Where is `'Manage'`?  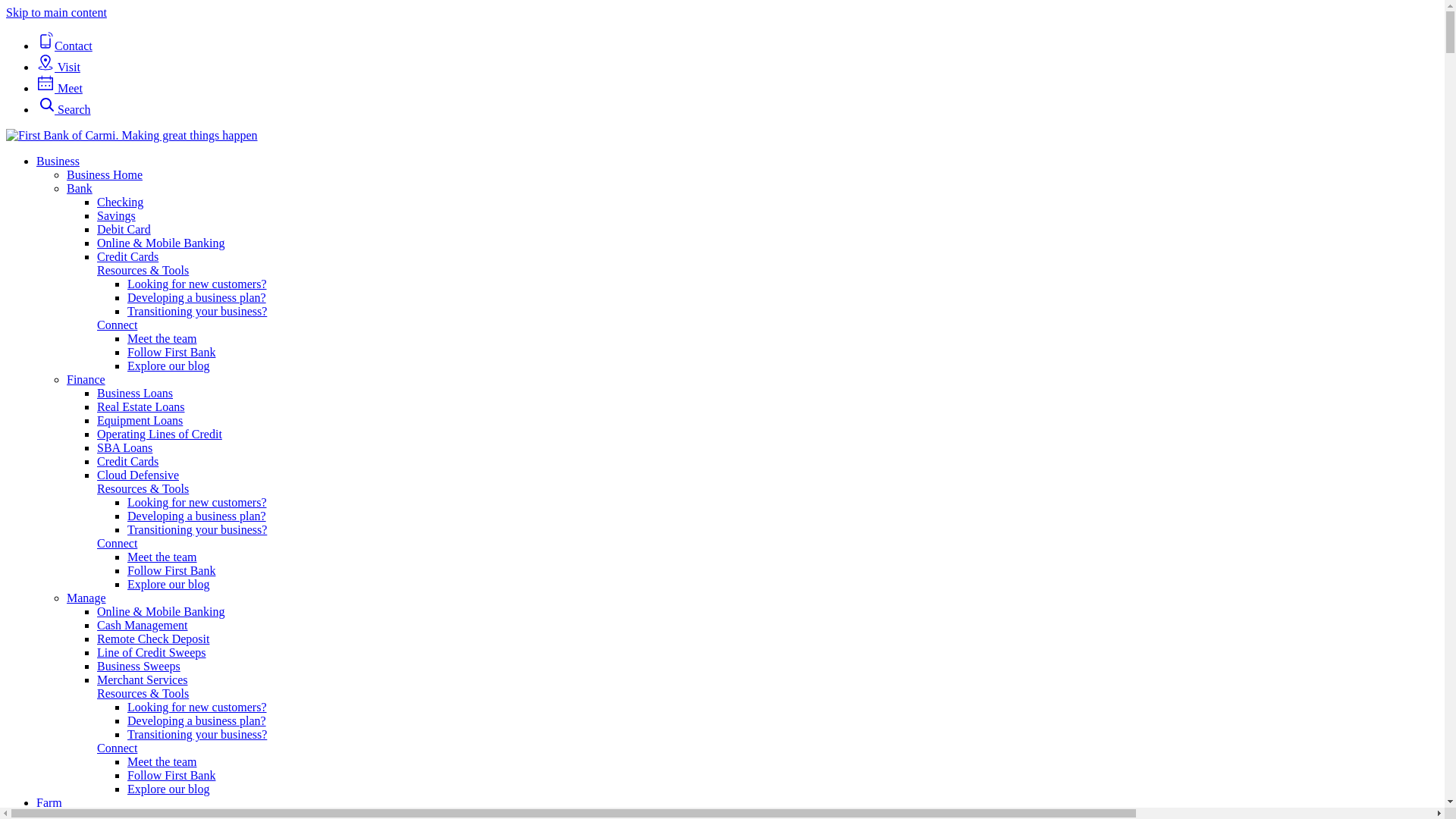 'Manage' is located at coordinates (86, 597).